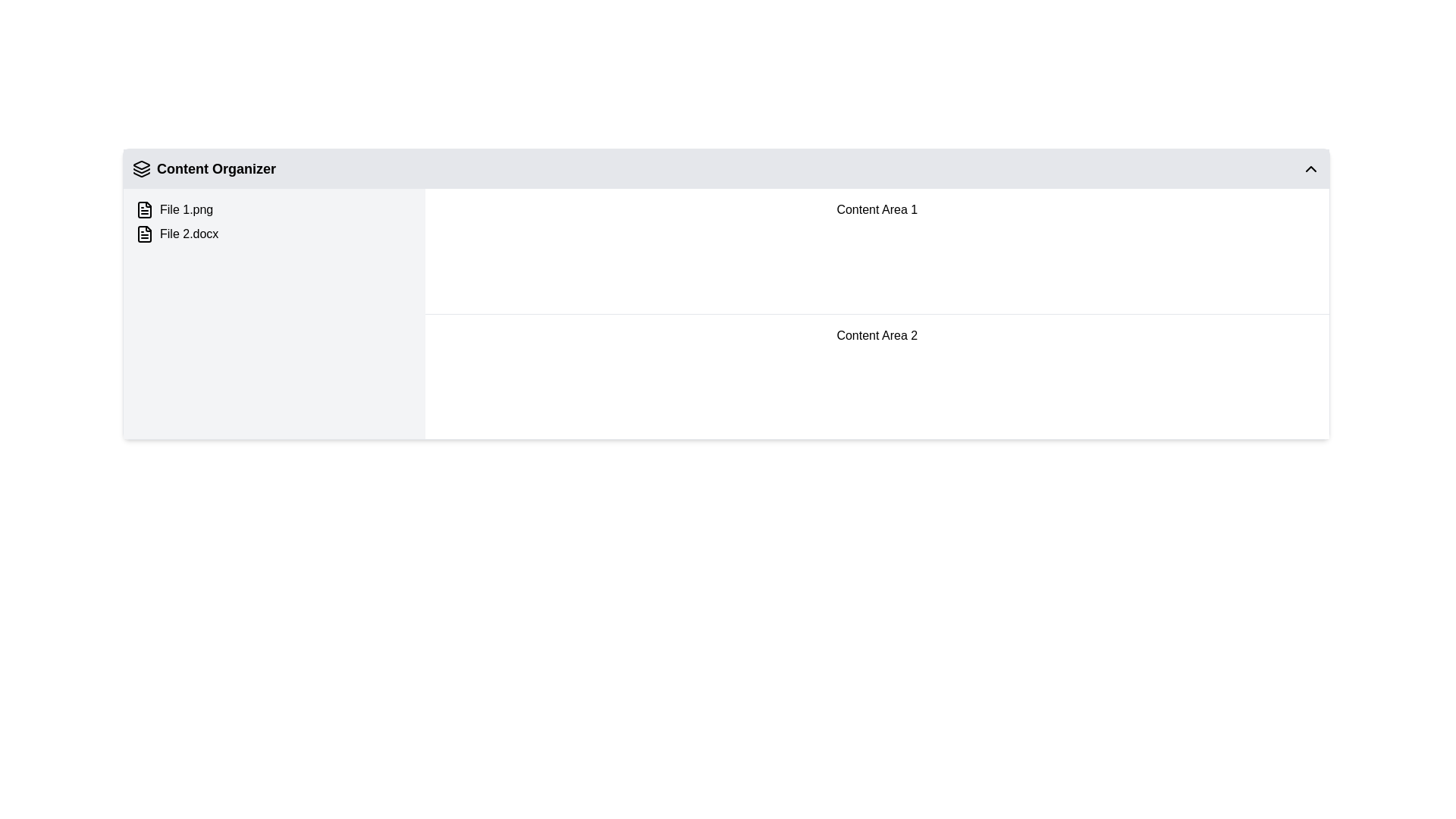 Image resolution: width=1456 pixels, height=819 pixels. I want to click on the List Item representing 'File 2.docx', so click(274, 234).